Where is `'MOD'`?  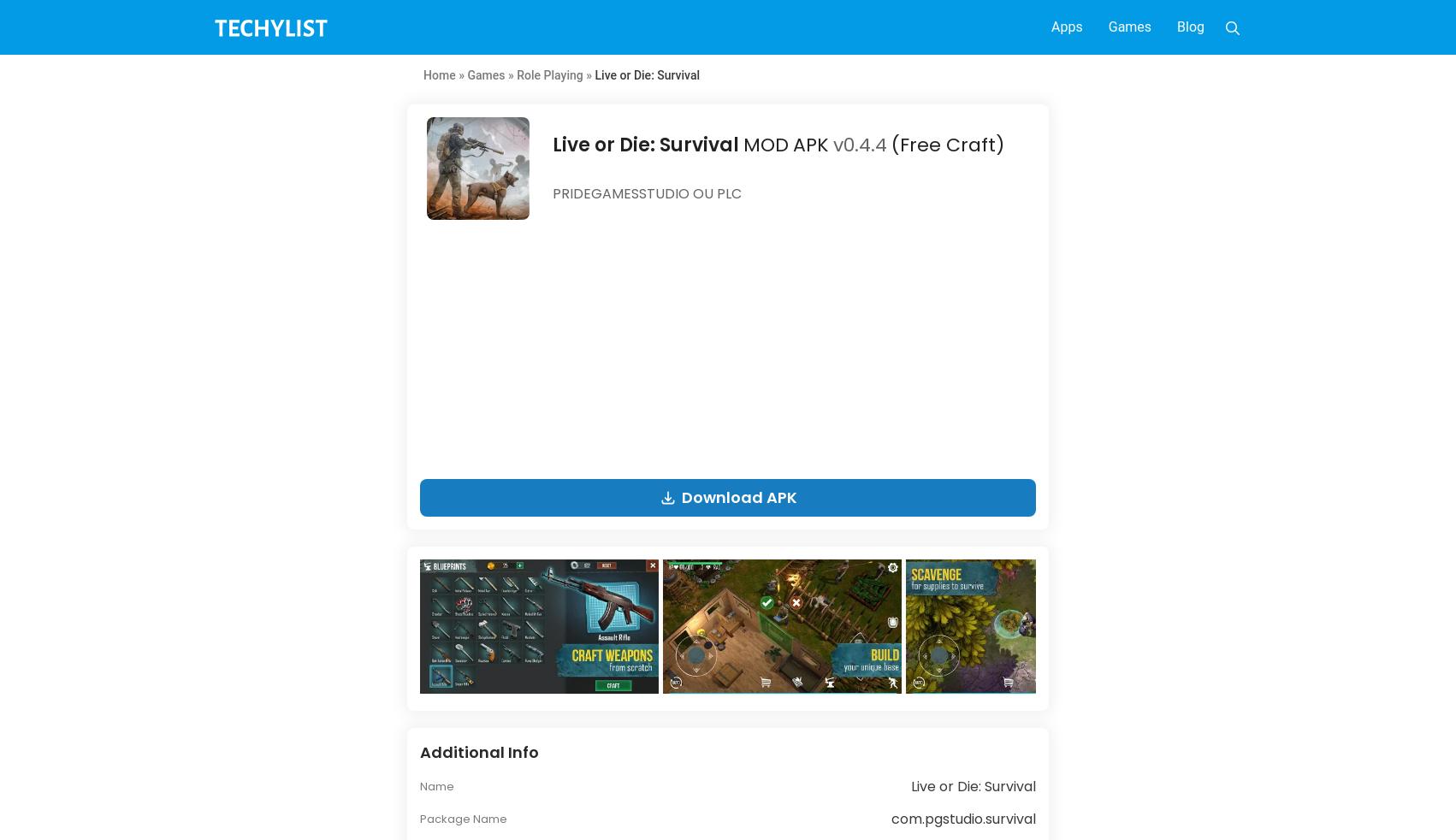
'MOD' is located at coordinates (743, 144).